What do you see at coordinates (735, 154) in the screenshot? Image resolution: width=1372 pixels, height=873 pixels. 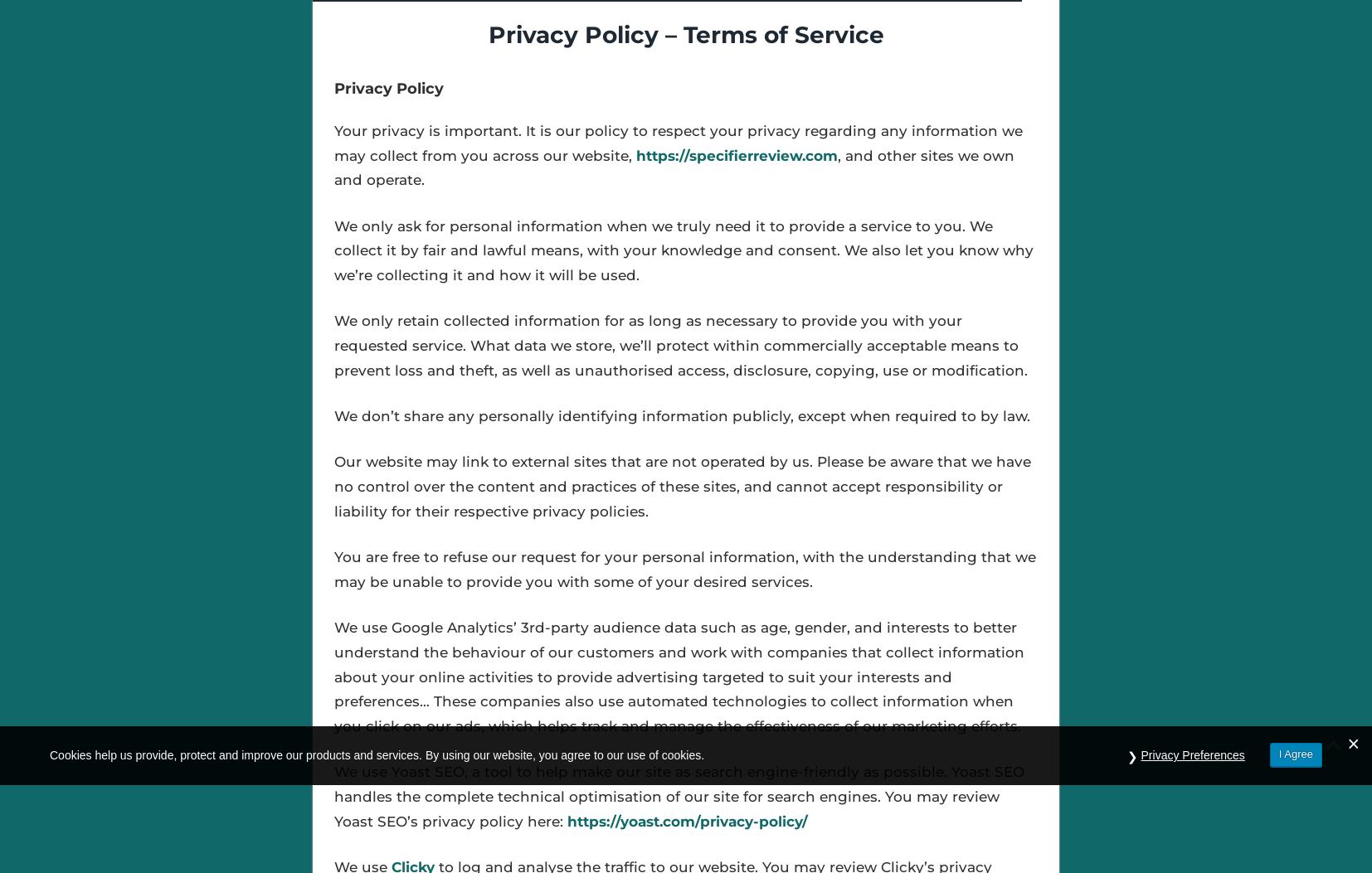 I see `'https://specifierreview.com'` at bounding box center [735, 154].